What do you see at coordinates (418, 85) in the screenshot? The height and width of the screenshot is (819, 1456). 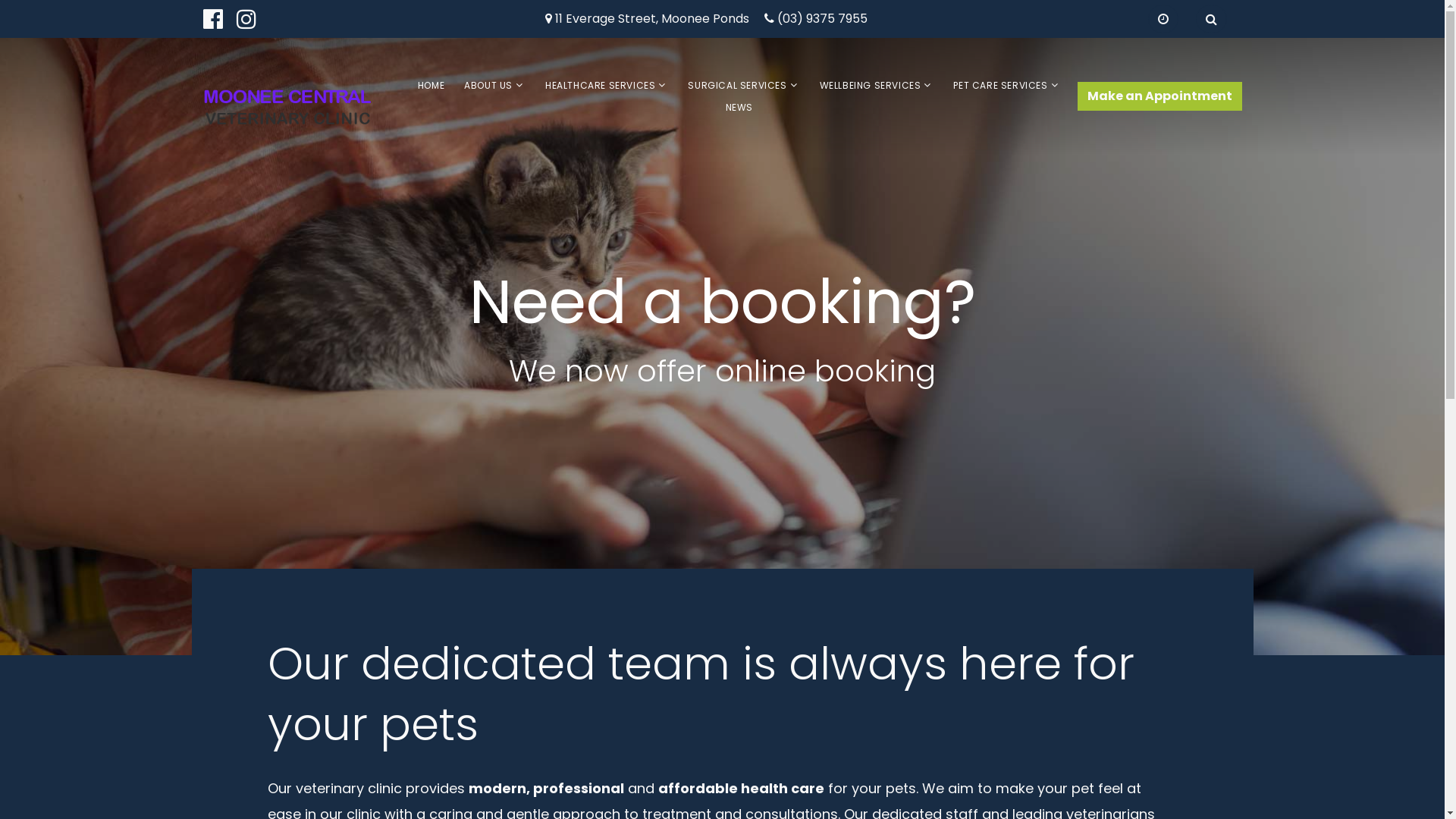 I see `'HOME'` at bounding box center [418, 85].